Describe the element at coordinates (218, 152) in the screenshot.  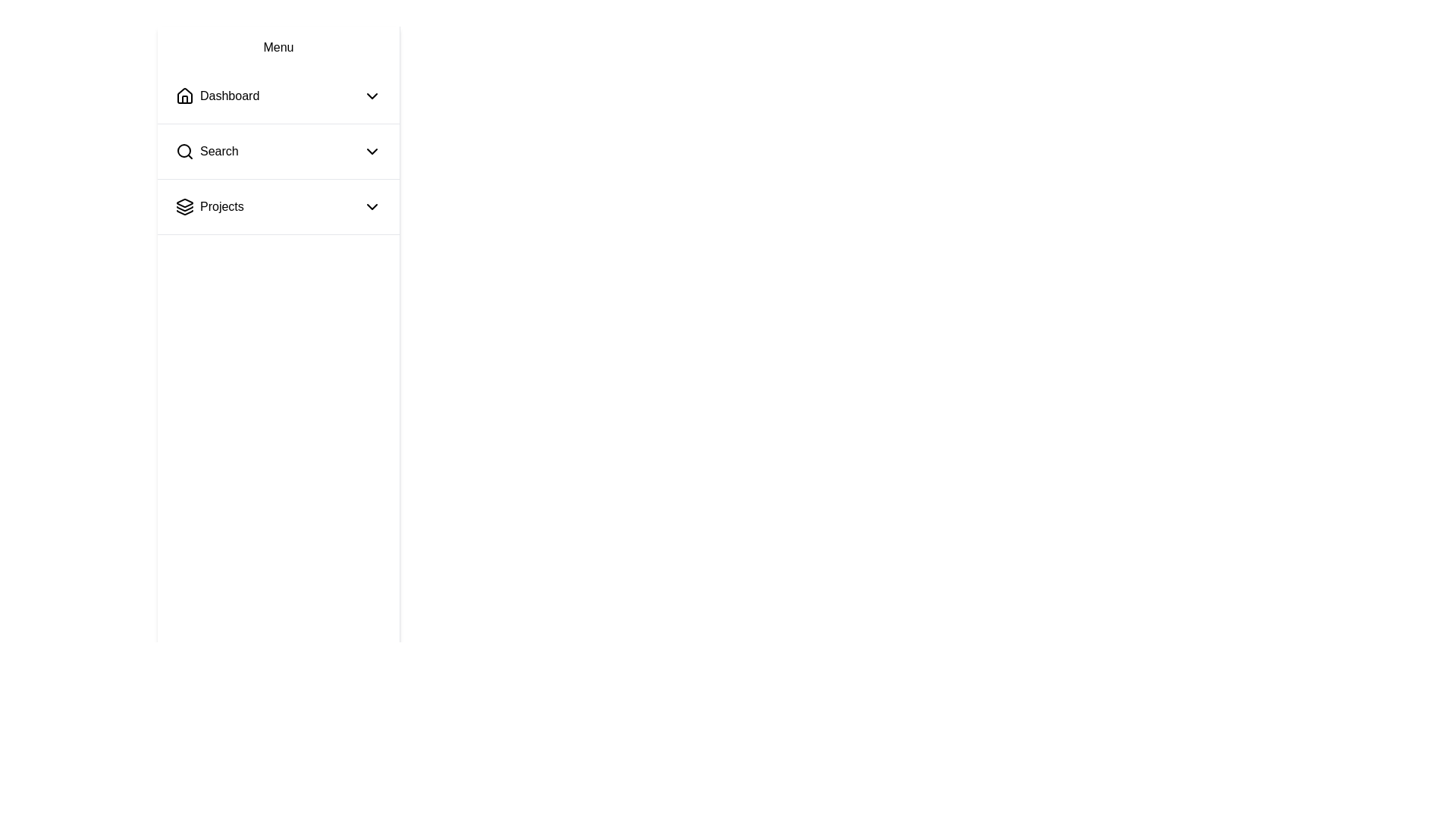
I see `the 'Search' text label` at that location.